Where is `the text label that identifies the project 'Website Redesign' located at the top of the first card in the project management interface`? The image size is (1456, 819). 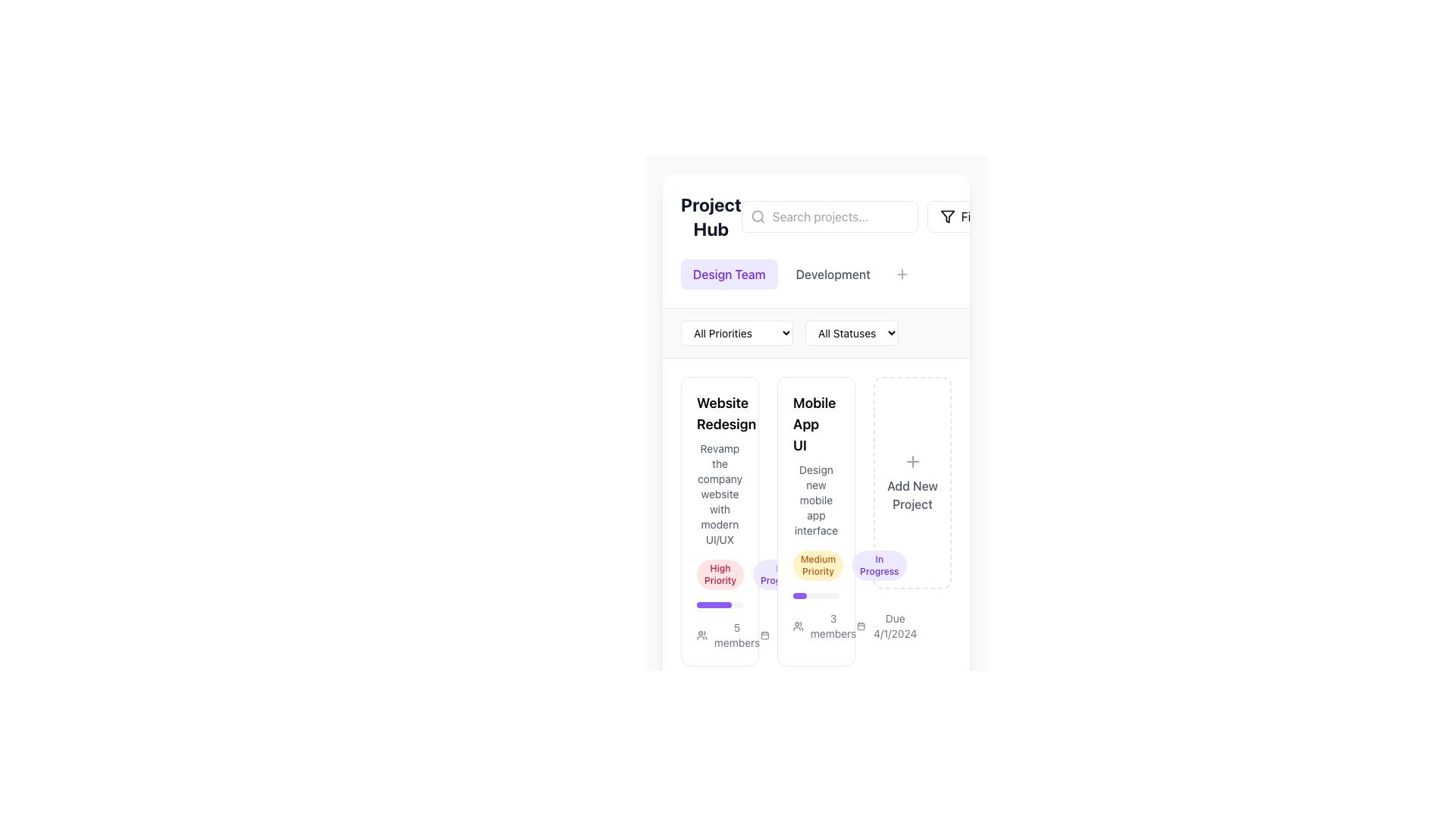 the text label that identifies the project 'Website Redesign' located at the top of the first card in the project management interface is located at coordinates (720, 414).